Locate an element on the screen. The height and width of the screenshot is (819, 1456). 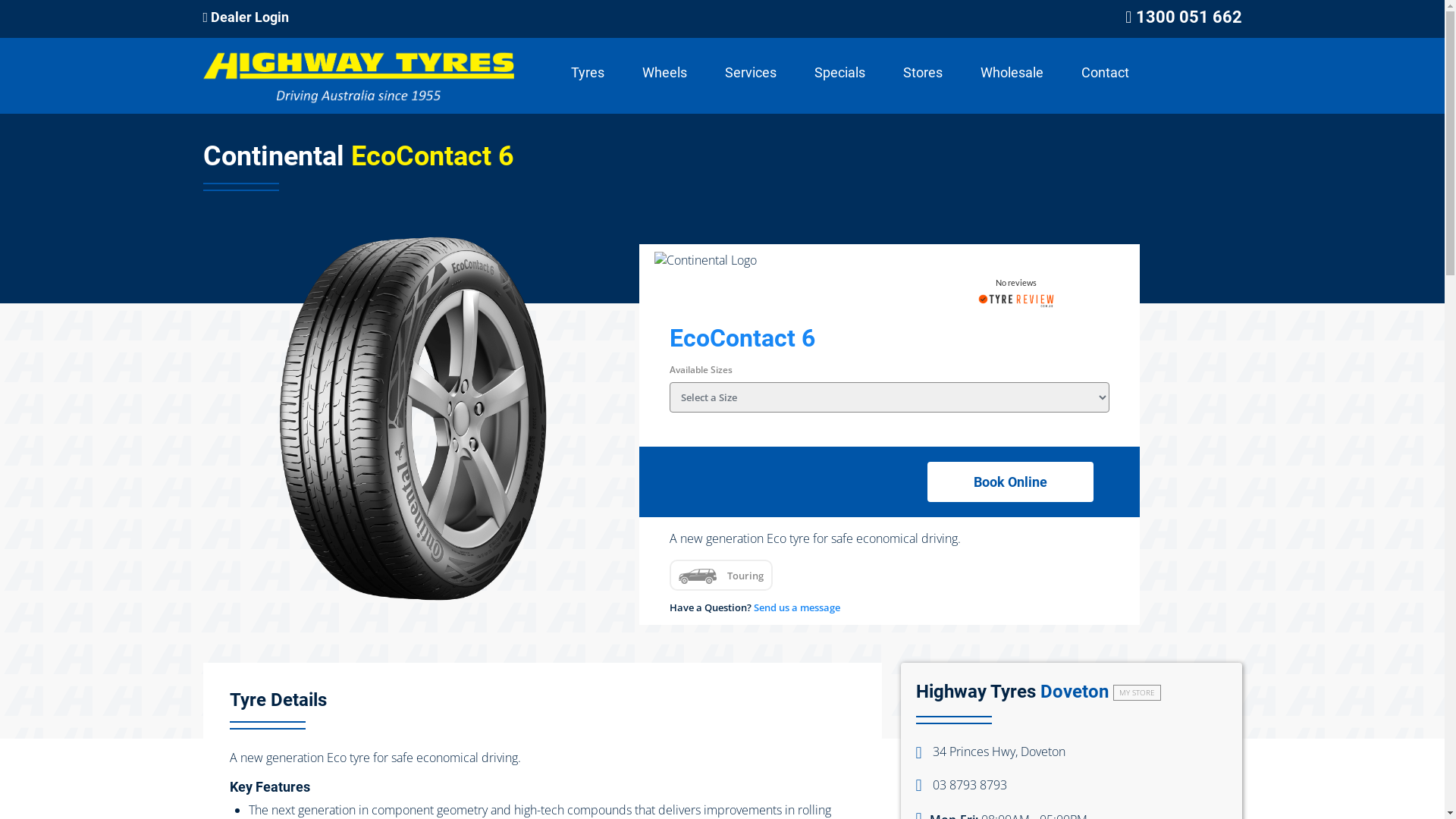
'Wholesale' is located at coordinates (1011, 72).